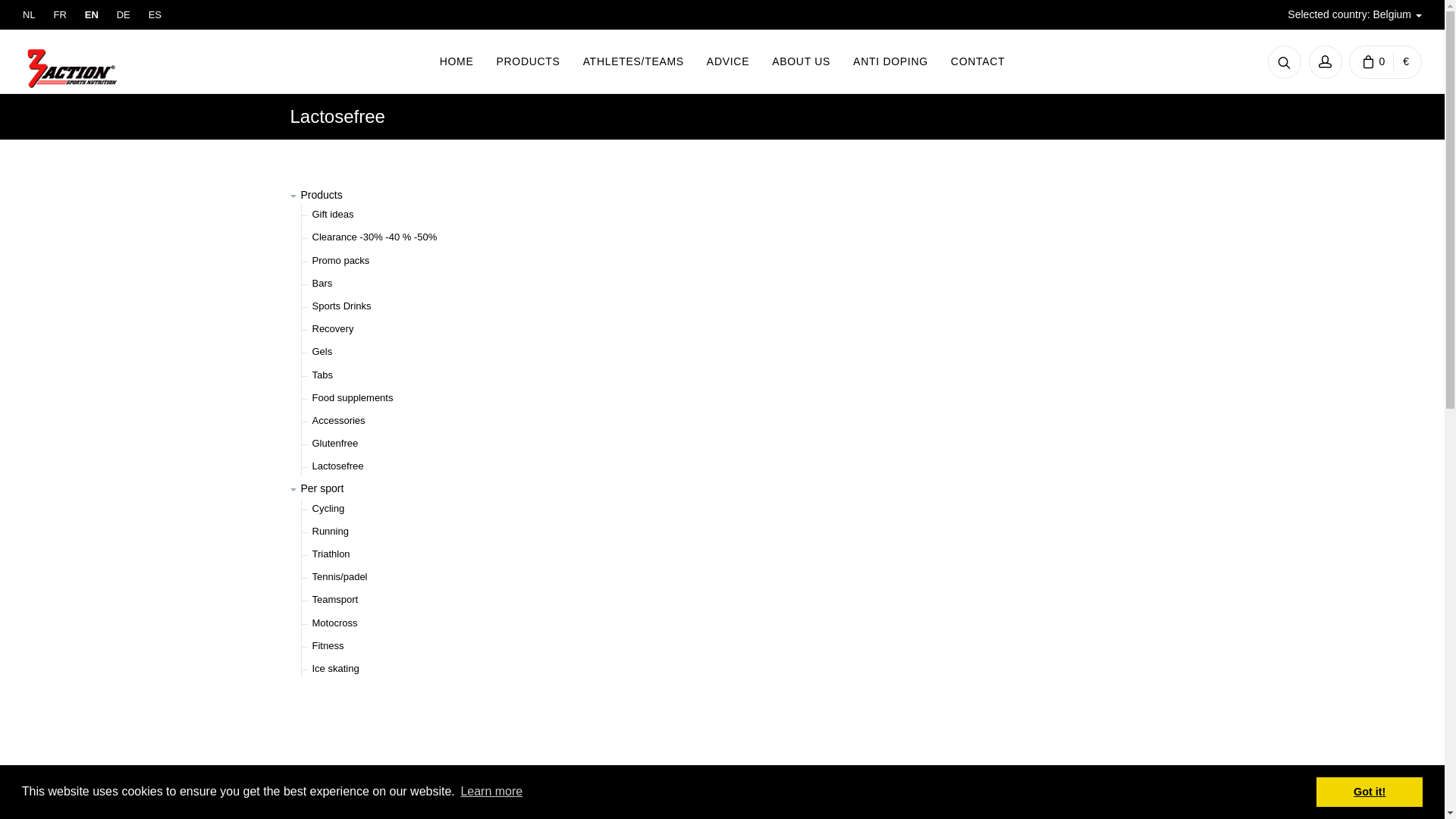 This screenshot has height=819, width=1456. I want to click on 'Motocross', so click(334, 623).